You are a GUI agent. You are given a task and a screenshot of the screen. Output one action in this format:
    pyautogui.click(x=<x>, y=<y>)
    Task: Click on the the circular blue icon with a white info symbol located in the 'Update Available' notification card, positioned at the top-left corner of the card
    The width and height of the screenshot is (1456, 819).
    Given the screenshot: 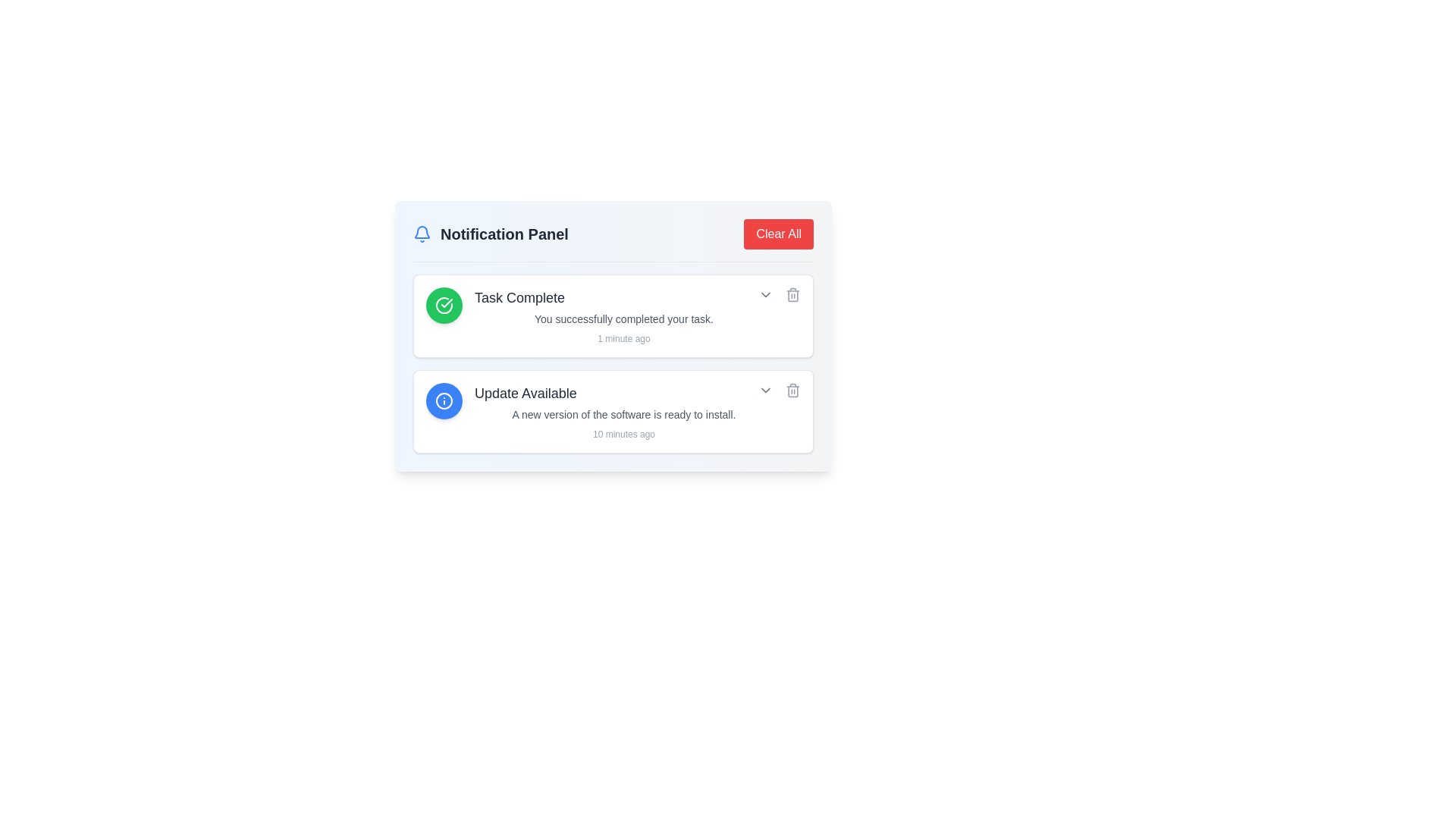 What is the action you would take?
    pyautogui.click(x=443, y=400)
    